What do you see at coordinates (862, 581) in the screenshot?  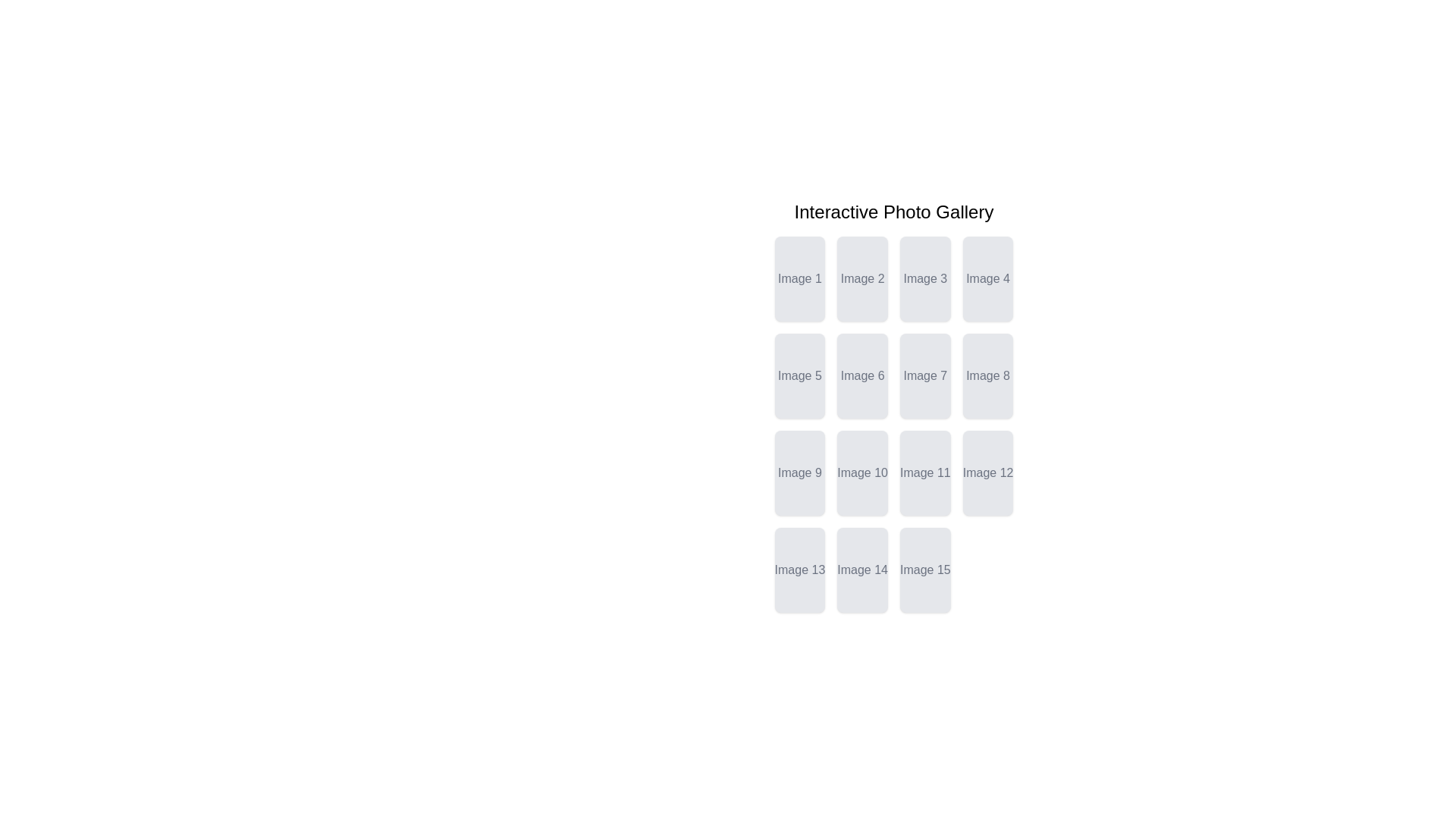 I see `the image thumbnail labeled 'Image 14'` at bounding box center [862, 581].